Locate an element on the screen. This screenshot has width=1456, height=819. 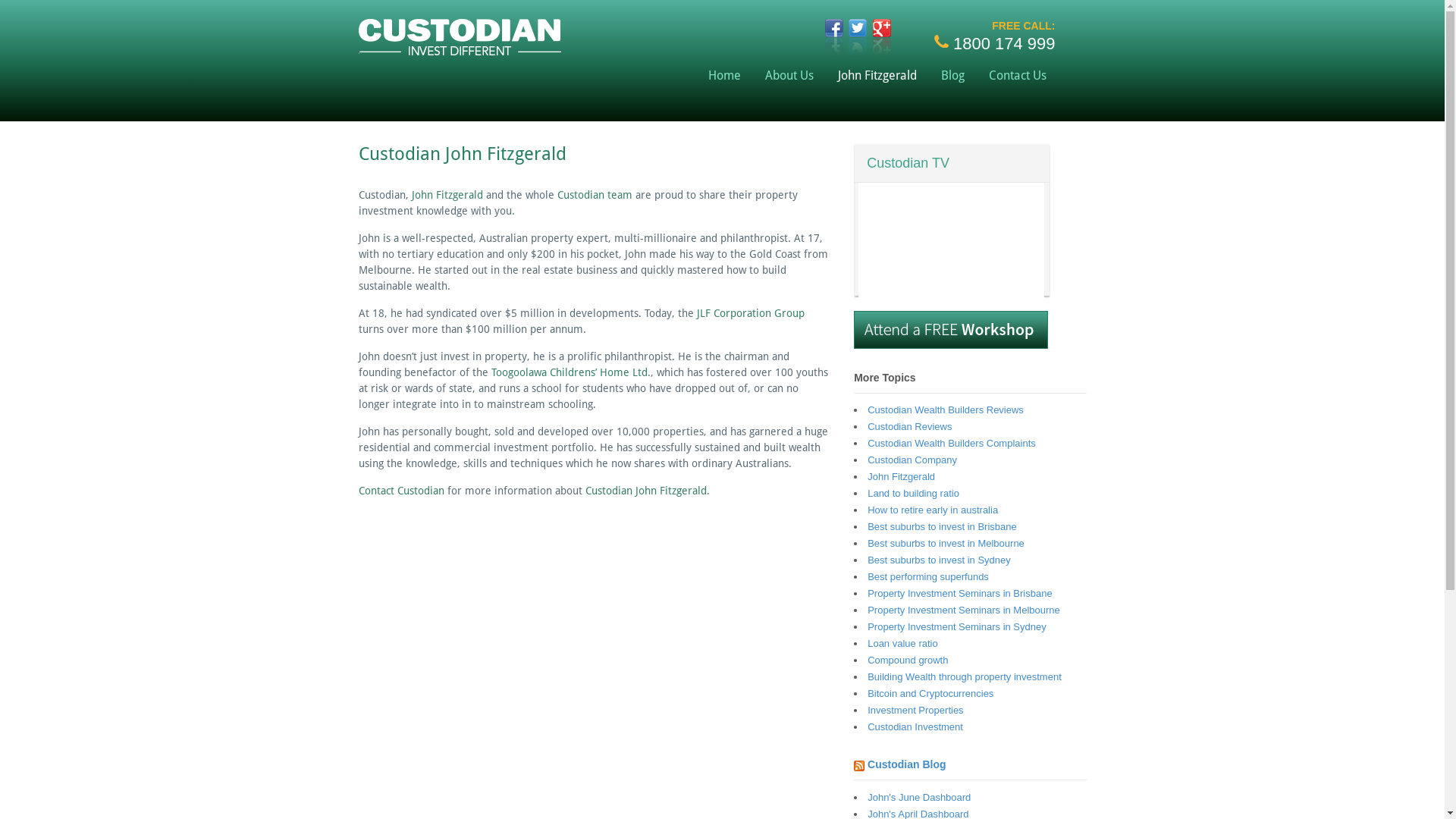
'About Us' is located at coordinates (789, 75).